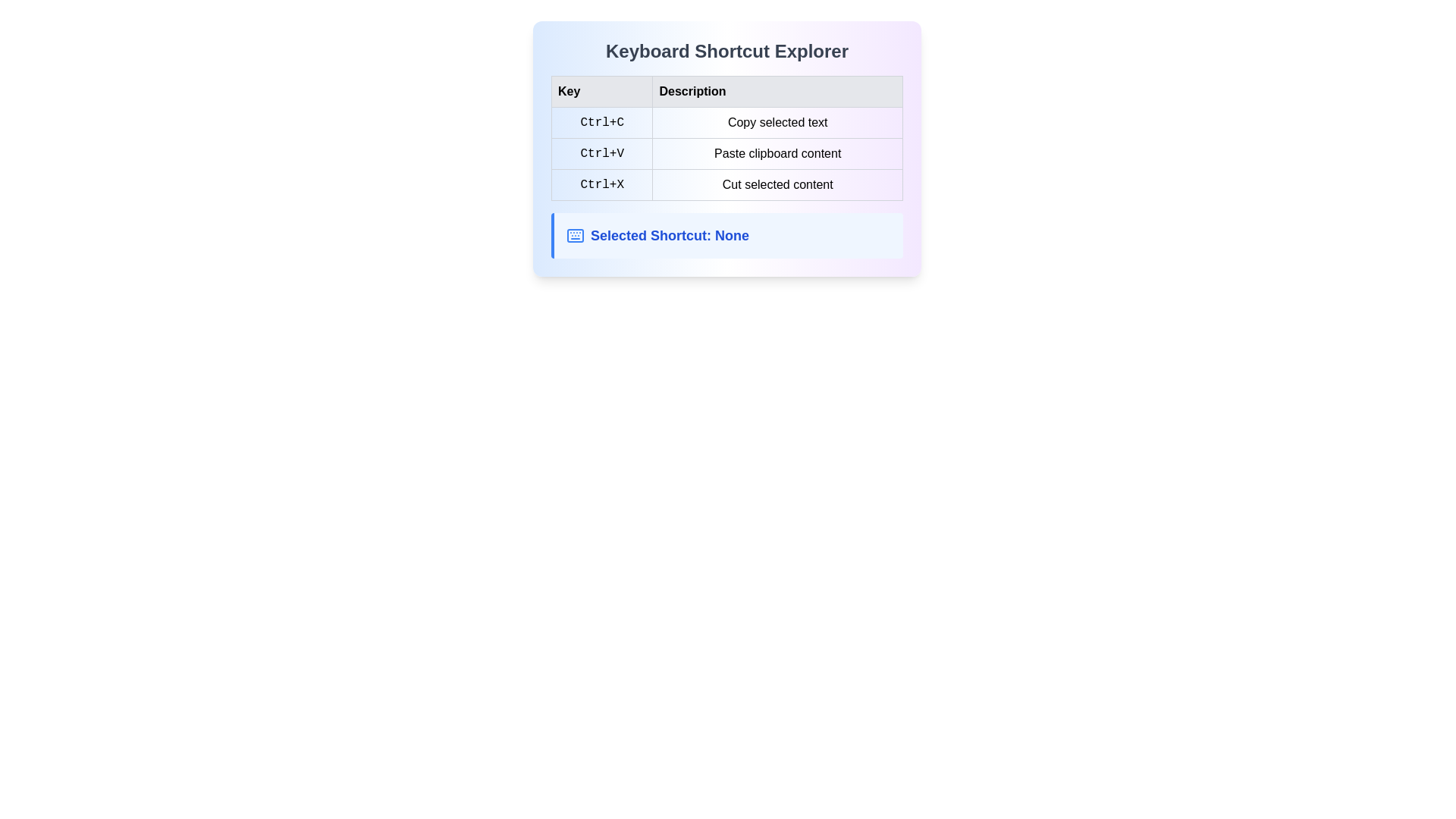 The height and width of the screenshot is (819, 1456). Describe the element at coordinates (726, 154) in the screenshot. I see `the table row labeled 'Keyboard Shortcut Explorer' that contains the shortcut 'Ctrl+V' and the description 'Paste clipboard content'` at that location.